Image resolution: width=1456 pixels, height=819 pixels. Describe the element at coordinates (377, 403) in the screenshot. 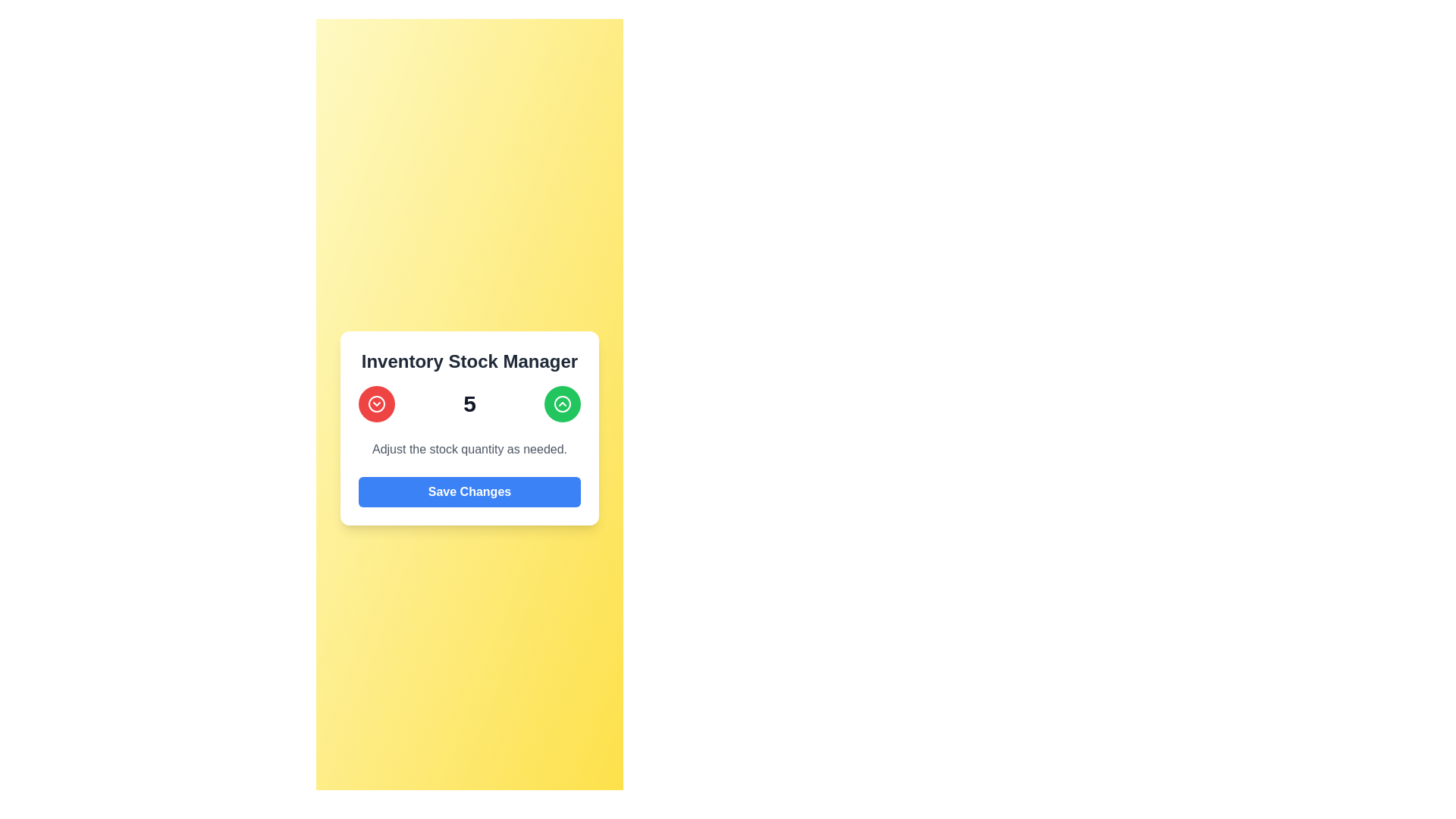

I see `the decrease value button located on the left side of the row in the stock manager interface` at that location.